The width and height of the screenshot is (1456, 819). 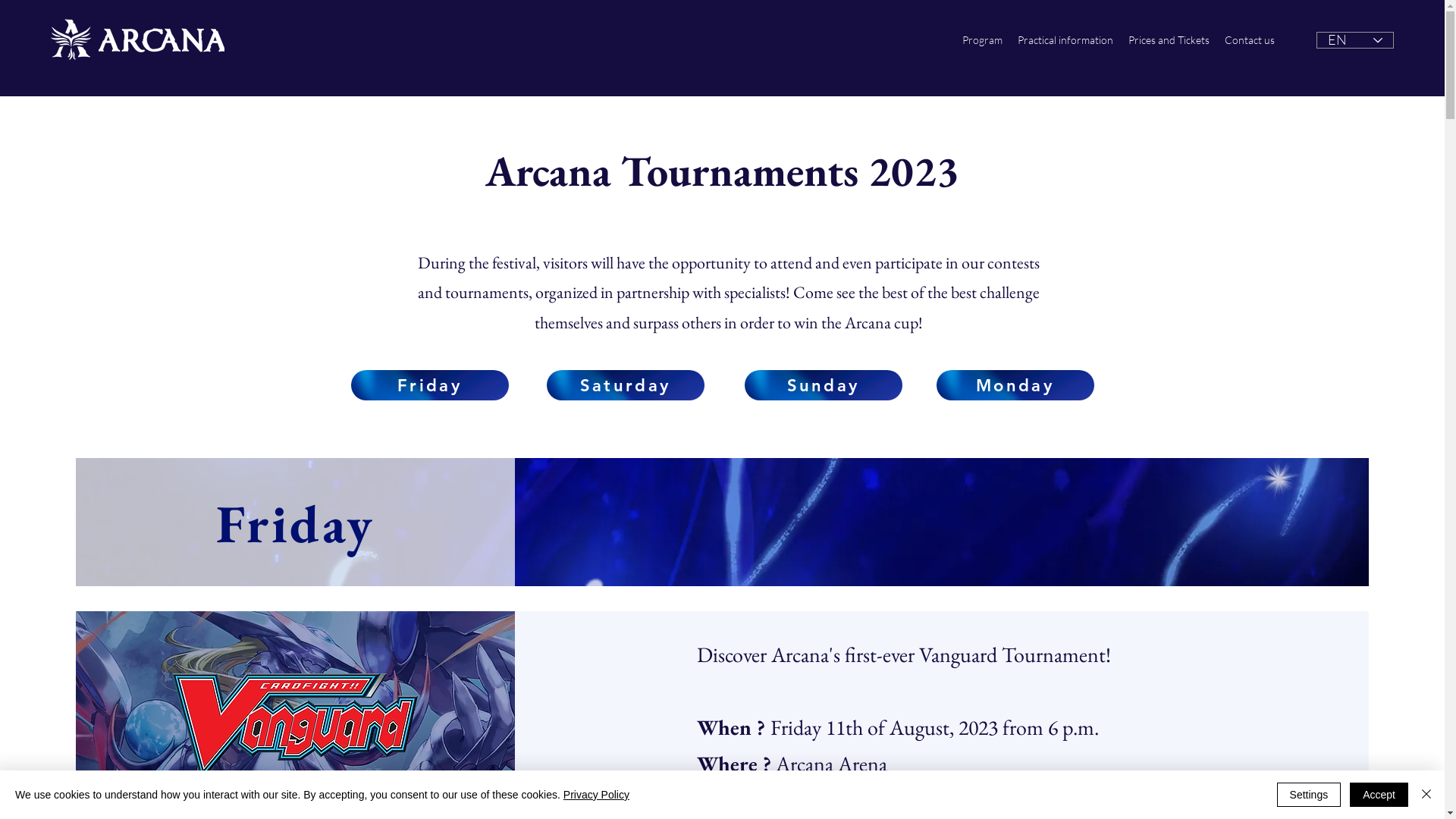 What do you see at coordinates (563, 794) in the screenshot?
I see `'Privacy Policy'` at bounding box center [563, 794].